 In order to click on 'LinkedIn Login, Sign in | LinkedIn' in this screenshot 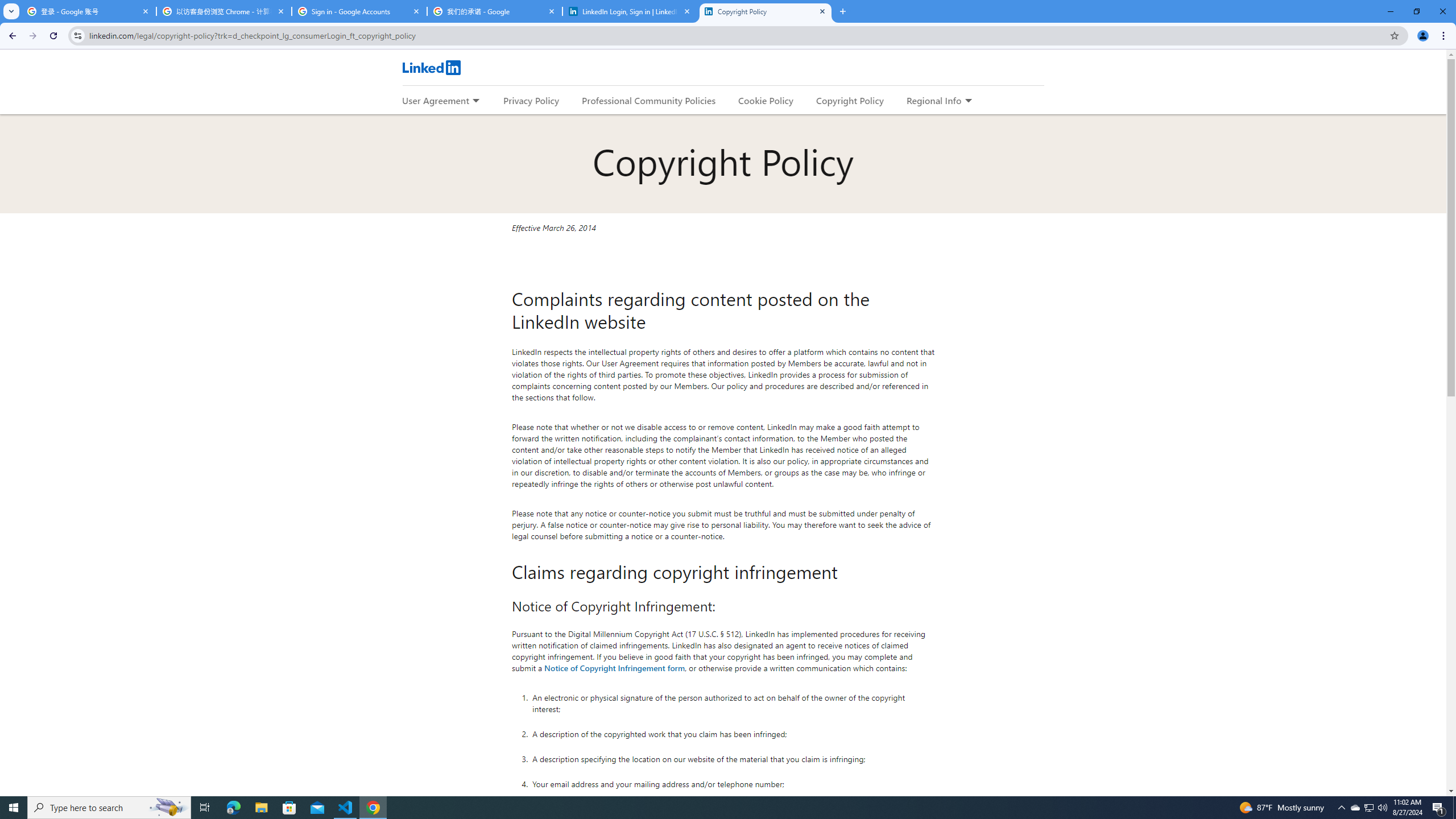, I will do `click(630, 11)`.